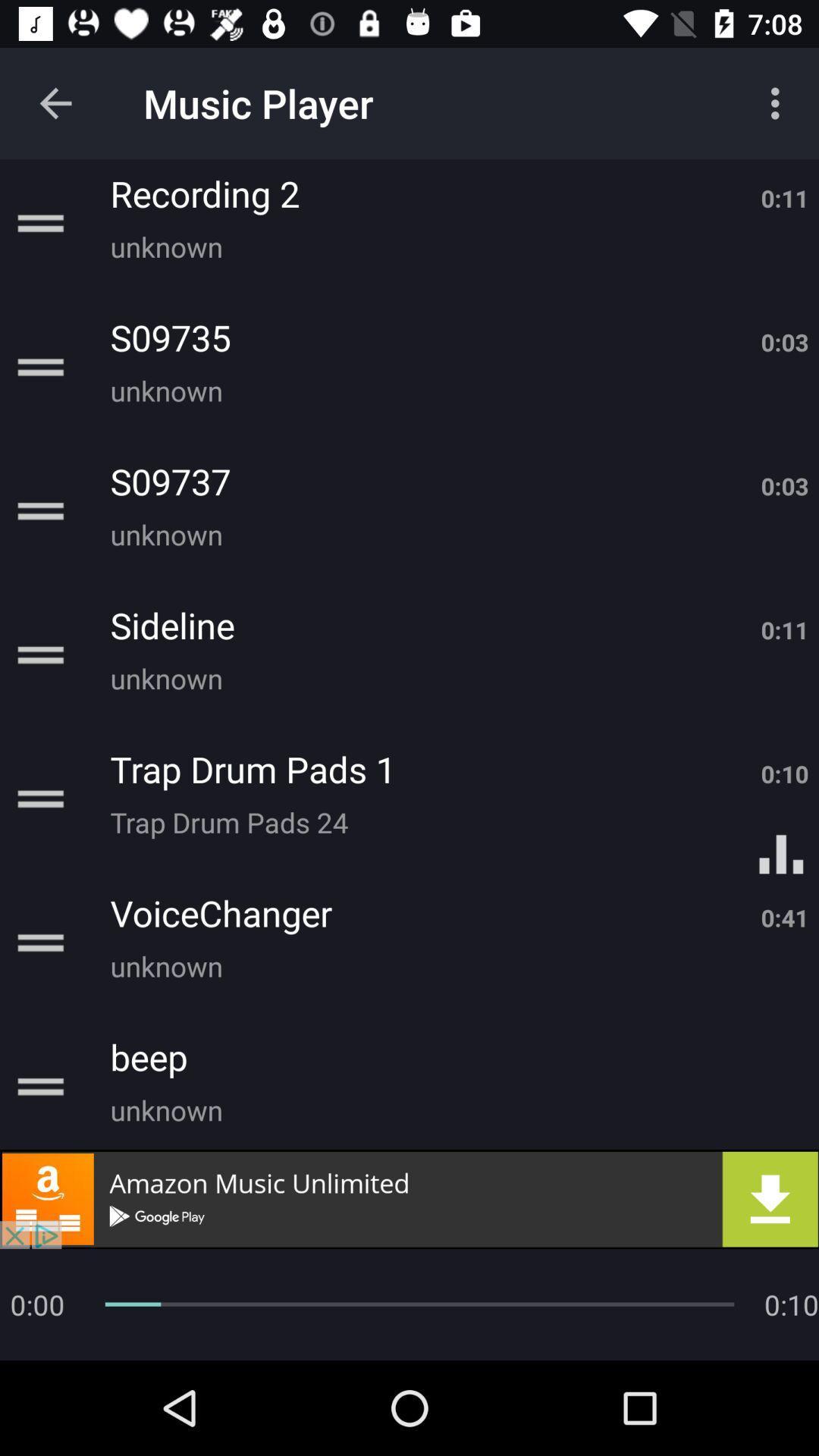  What do you see at coordinates (409, 1198) in the screenshot?
I see `advertisement` at bounding box center [409, 1198].